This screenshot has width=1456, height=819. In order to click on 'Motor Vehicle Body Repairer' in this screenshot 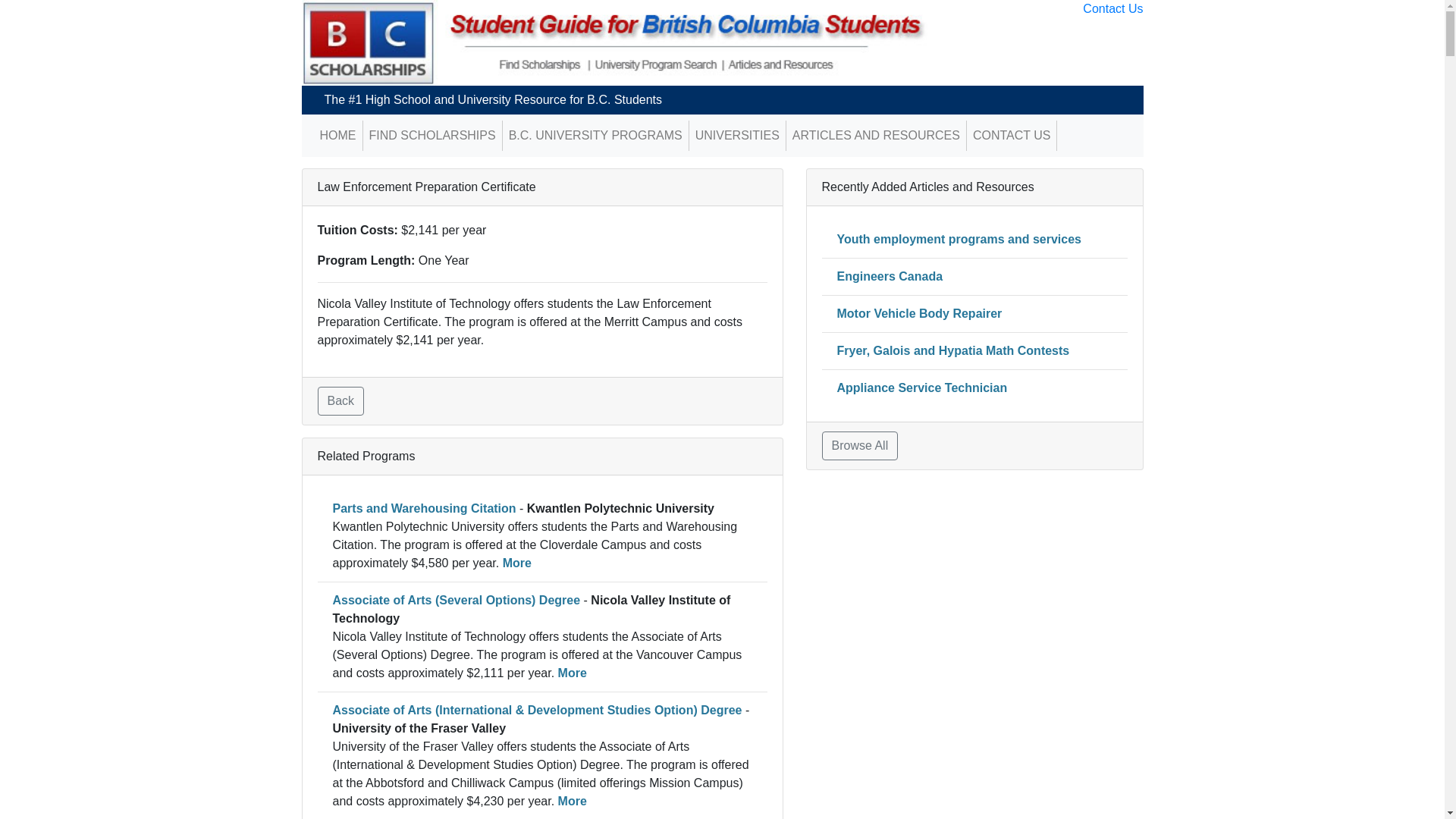, I will do `click(919, 312)`.